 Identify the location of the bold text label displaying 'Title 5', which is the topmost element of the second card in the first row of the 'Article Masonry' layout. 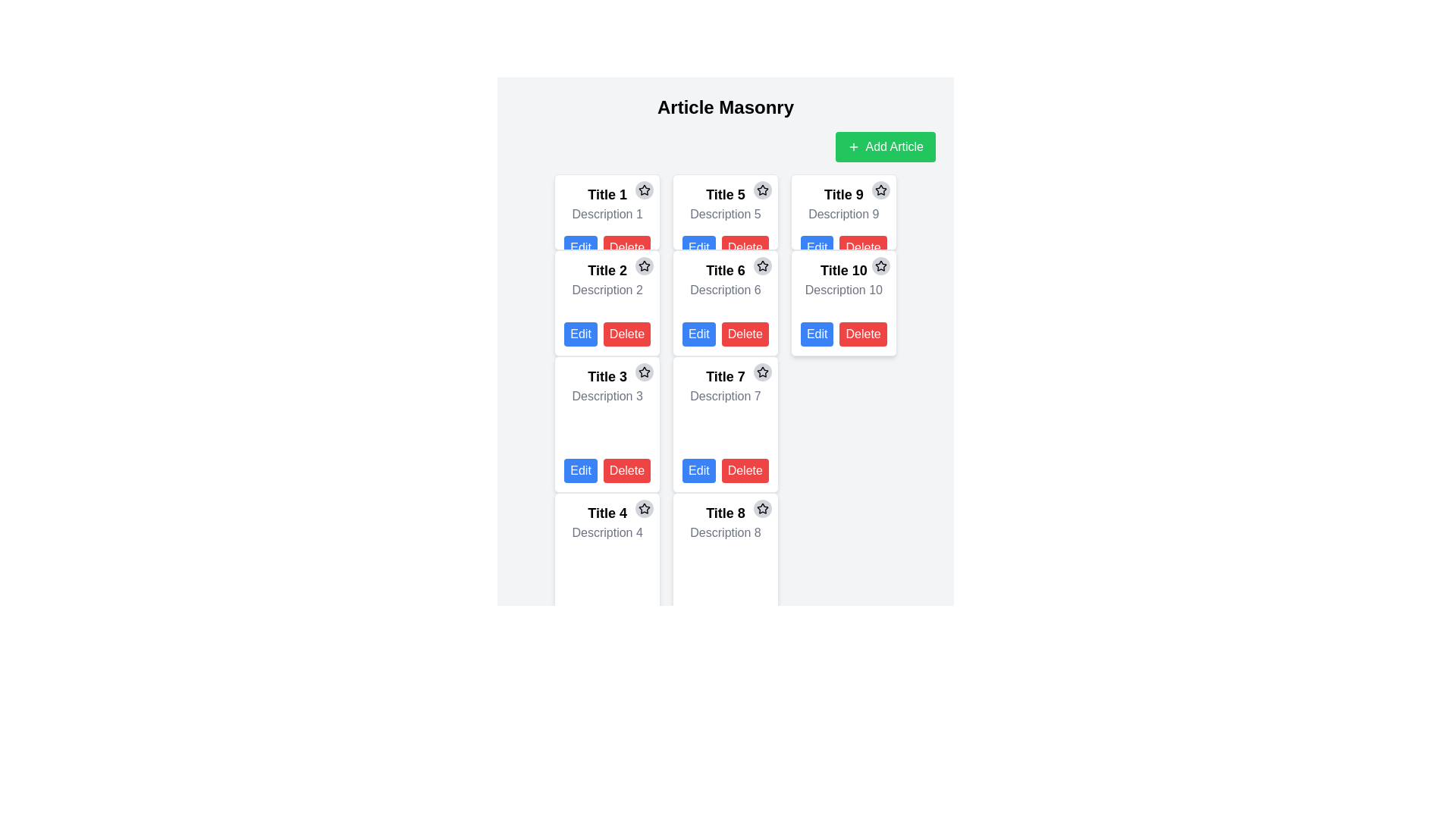
(724, 194).